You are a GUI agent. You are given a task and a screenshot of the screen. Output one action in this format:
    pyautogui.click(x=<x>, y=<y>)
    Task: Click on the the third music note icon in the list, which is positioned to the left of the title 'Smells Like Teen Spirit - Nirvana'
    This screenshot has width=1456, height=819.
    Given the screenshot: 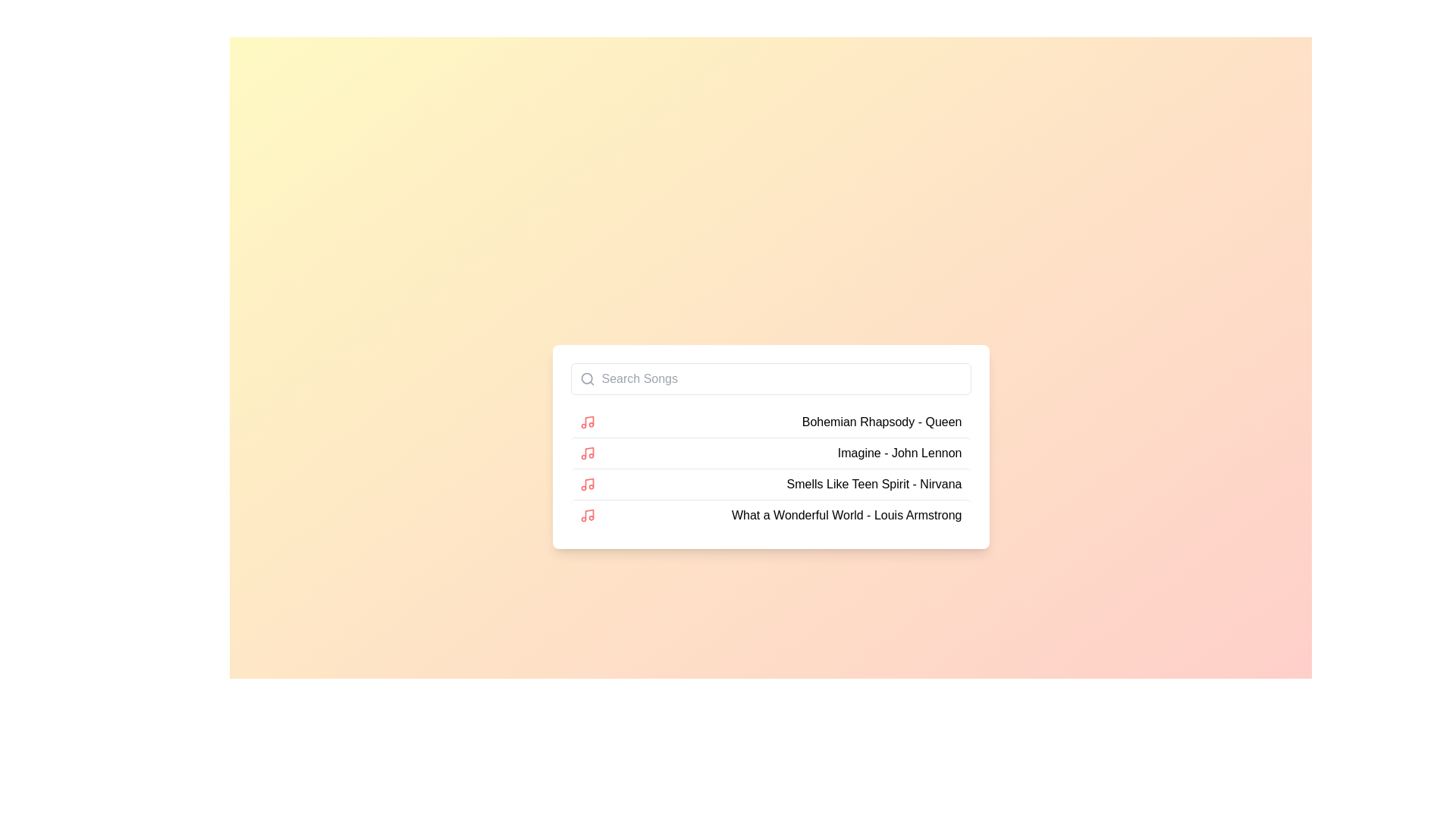 What is the action you would take?
    pyautogui.click(x=588, y=482)
    